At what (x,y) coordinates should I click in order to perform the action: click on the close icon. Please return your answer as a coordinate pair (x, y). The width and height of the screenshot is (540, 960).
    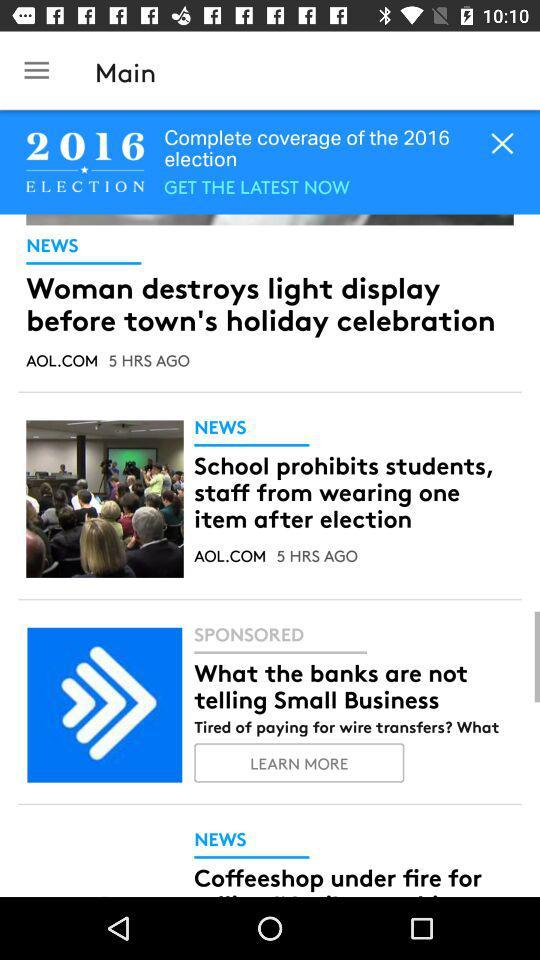
    Looking at the image, I should click on (501, 144).